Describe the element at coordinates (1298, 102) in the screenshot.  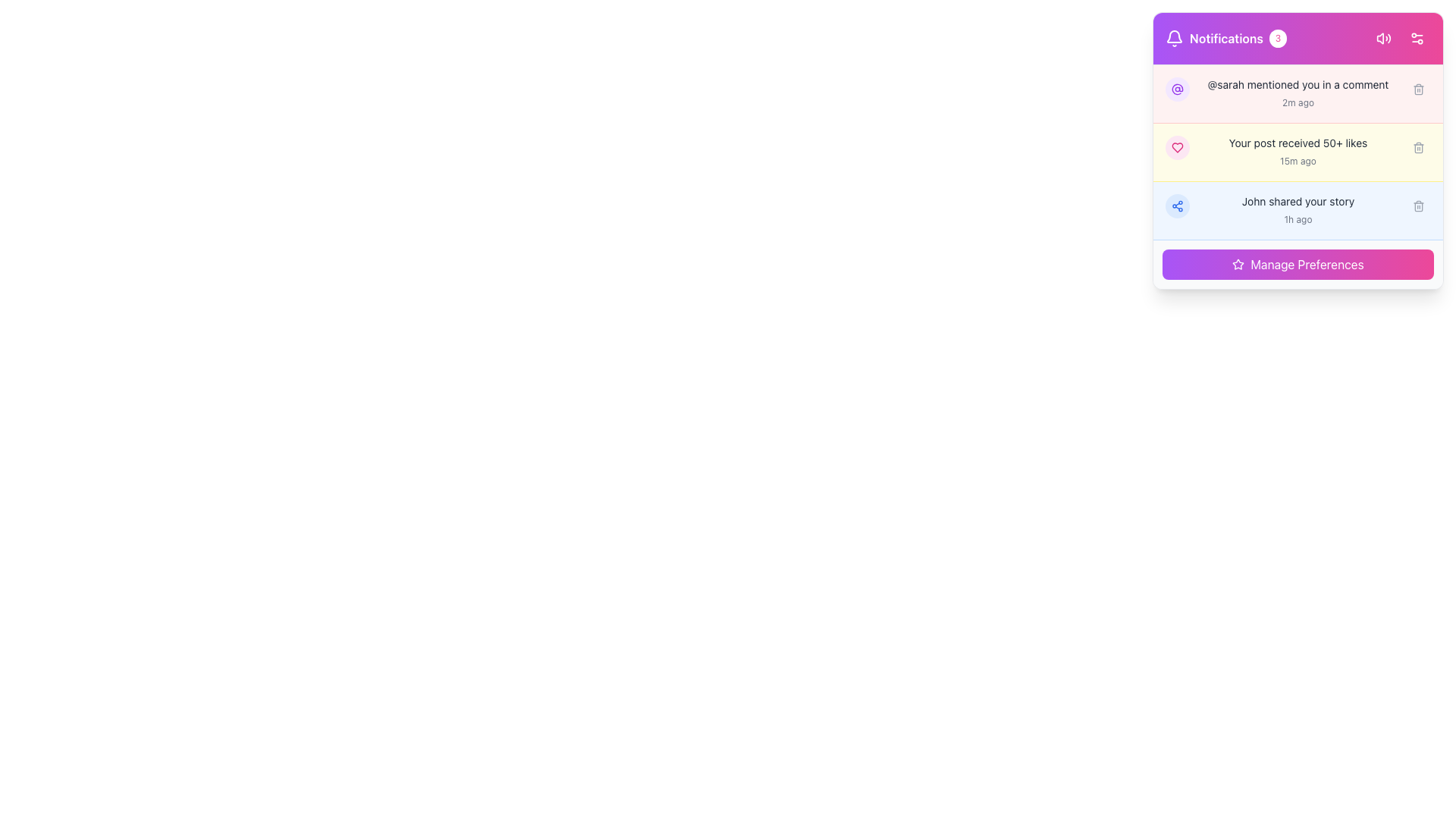
I see `timestamp displayed as '2m ago' in light gray color, located in the lower right corner of the topmost notification entry` at that location.